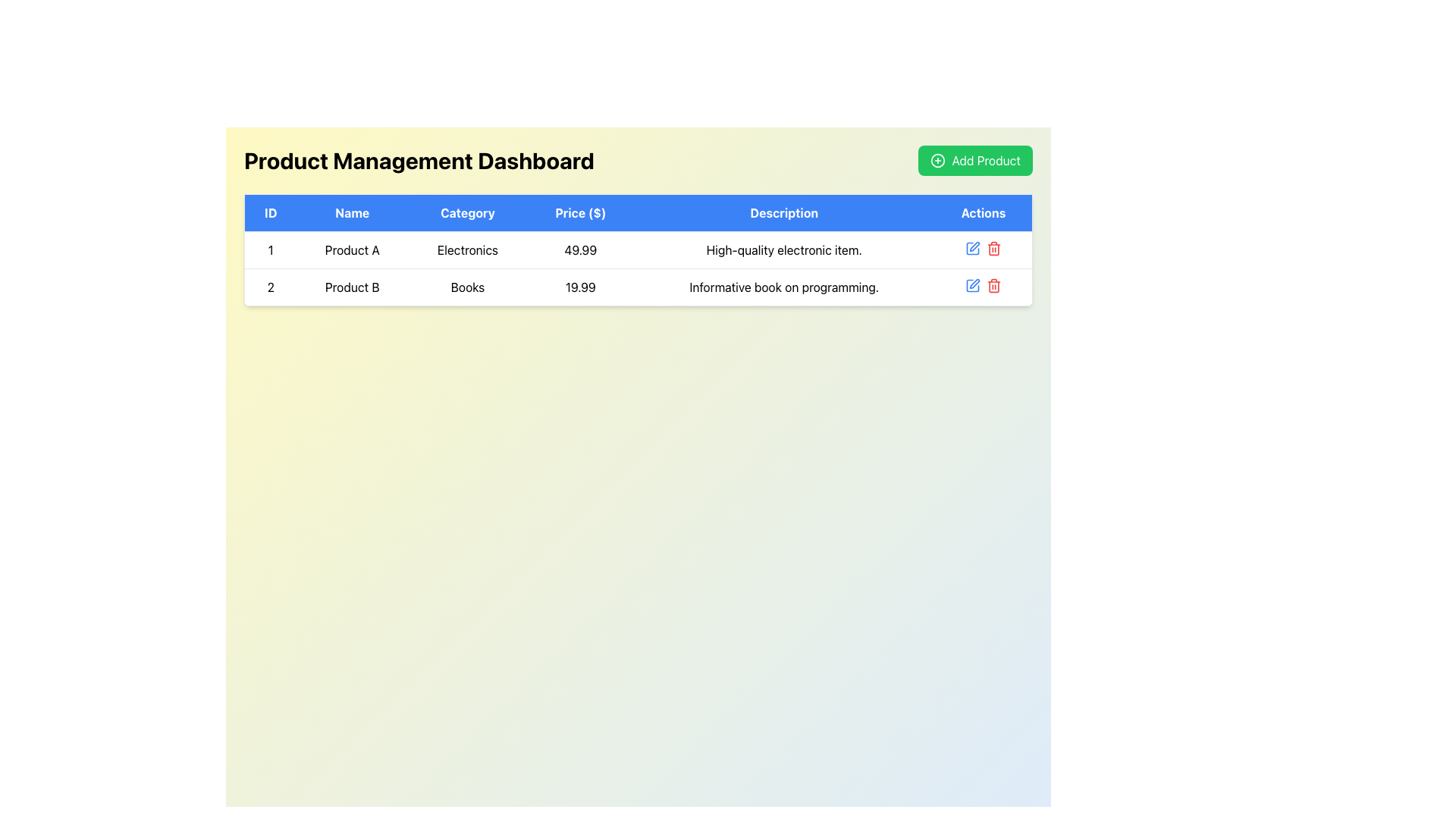 The image size is (1456, 819). What do you see at coordinates (419, 161) in the screenshot?
I see `the header text label indicating 'Product Management Dashboard', which is centrally aligned at the top section of the page, located to the left of the 'Add Product' button` at bounding box center [419, 161].